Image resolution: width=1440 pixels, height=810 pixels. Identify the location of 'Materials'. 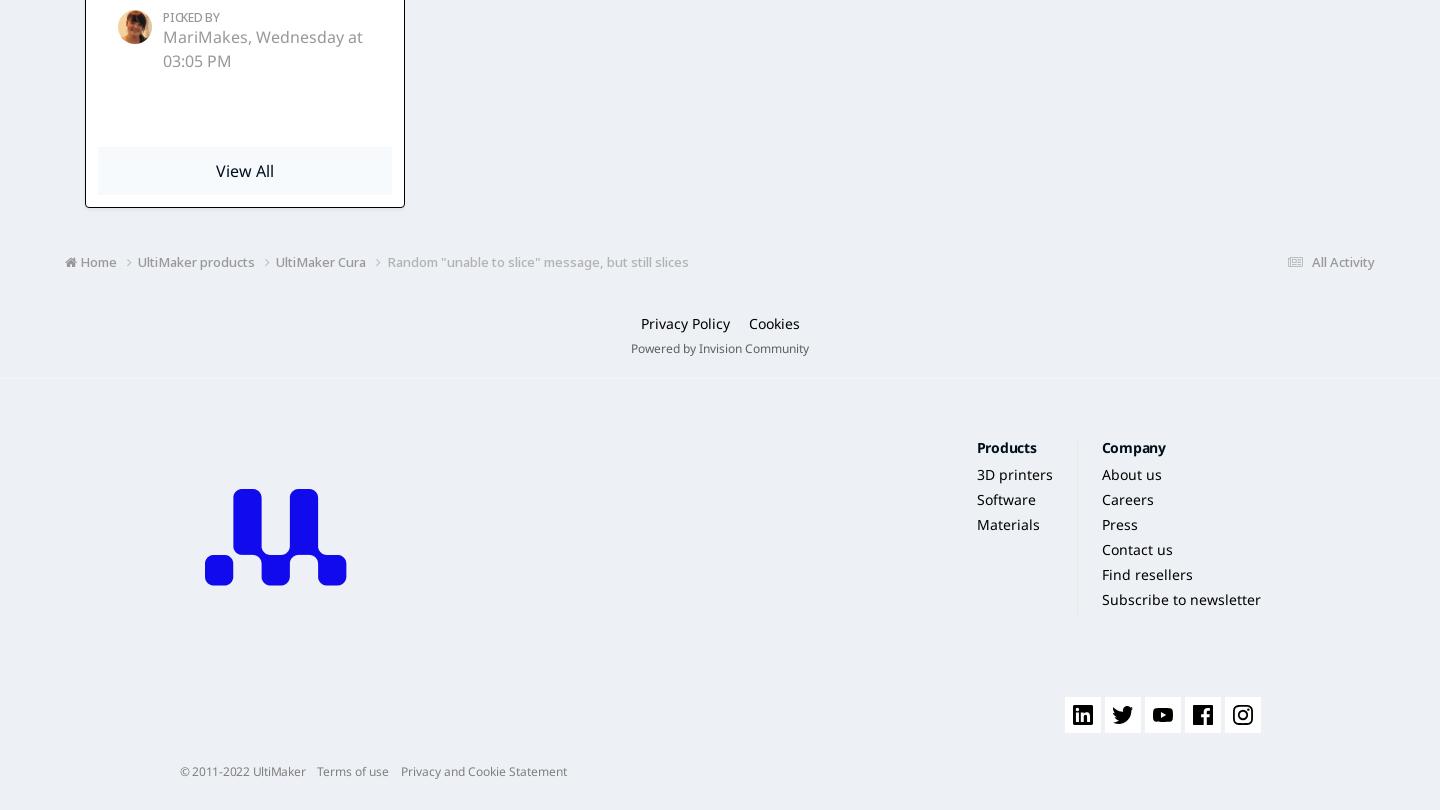
(1006, 524).